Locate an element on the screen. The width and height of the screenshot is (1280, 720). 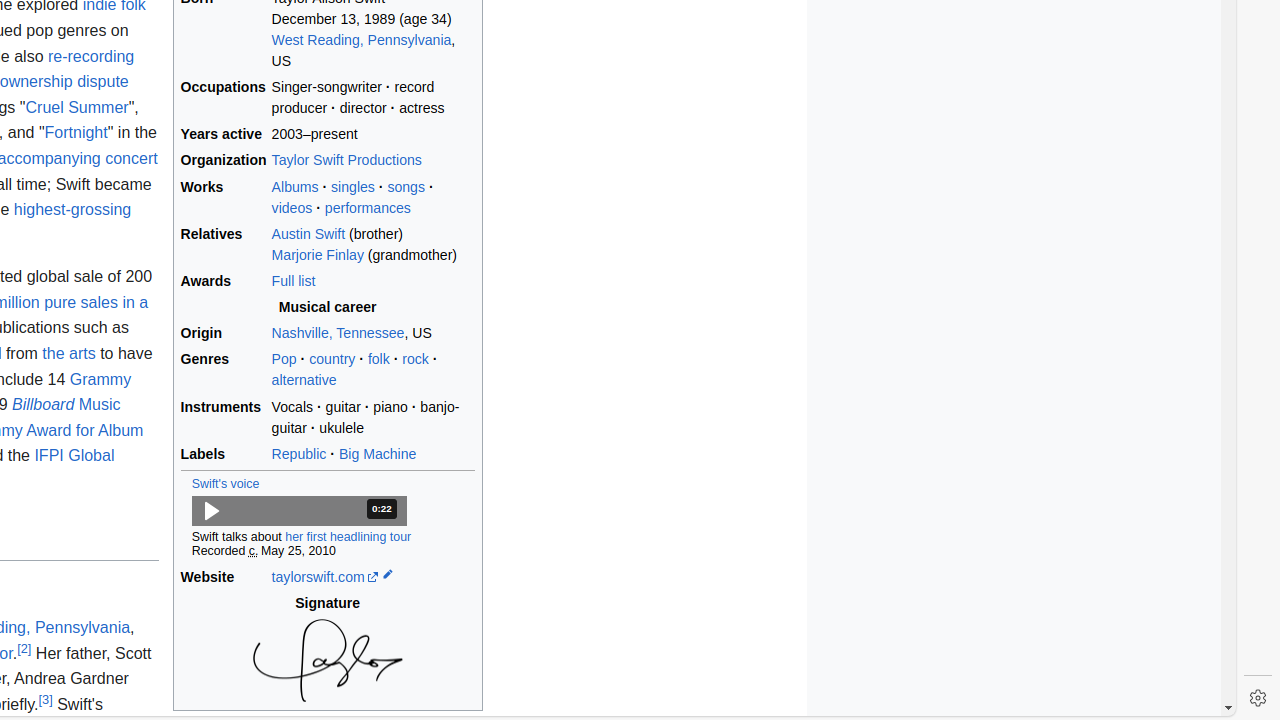
'songs' is located at coordinates (405, 186).